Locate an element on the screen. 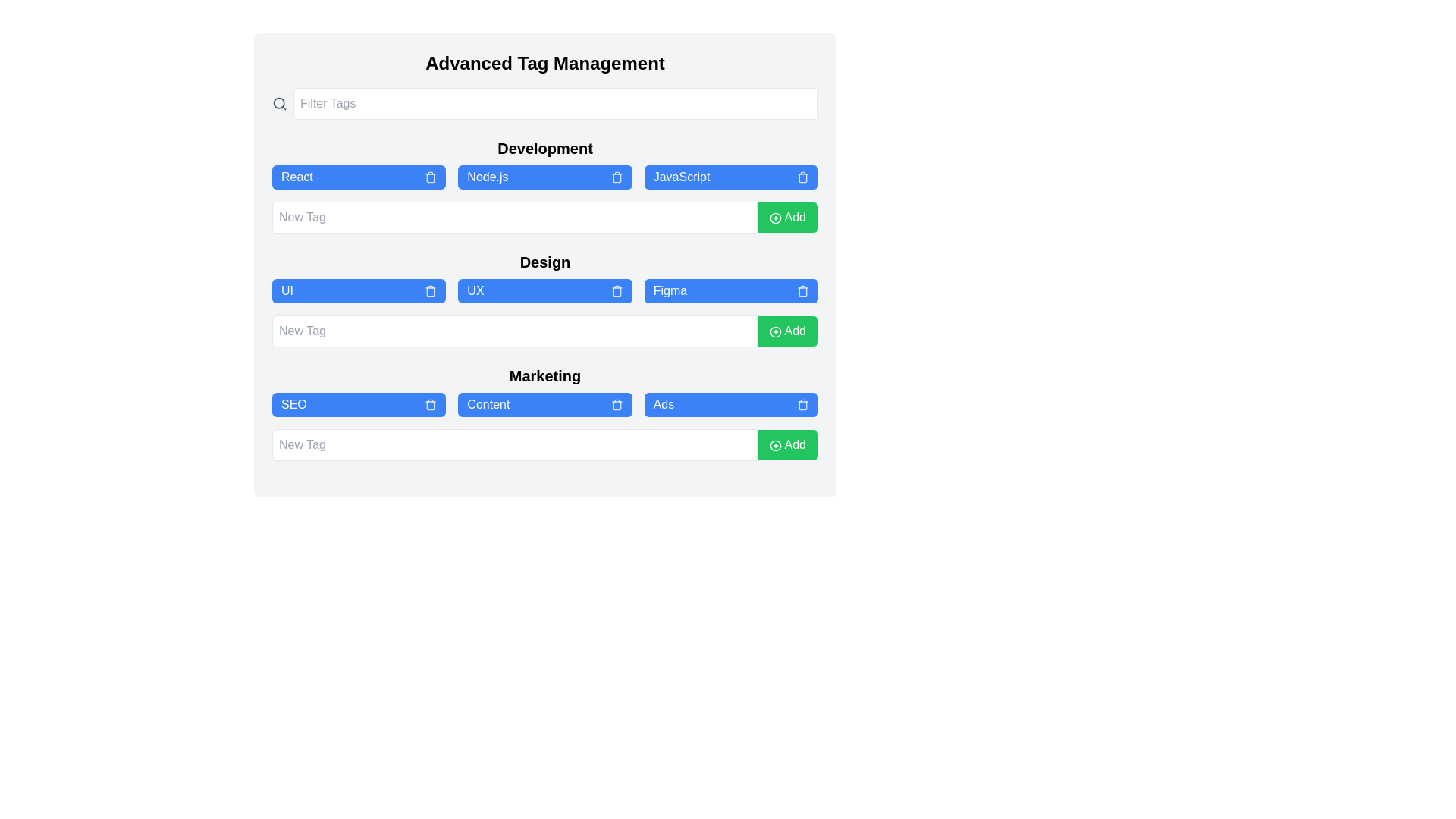  the 'Ads' label which is styled in white font on a blue background, located in the bottom-right corner of the 'Marketing' section next to the 'Content' button is located at coordinates (664, 403).